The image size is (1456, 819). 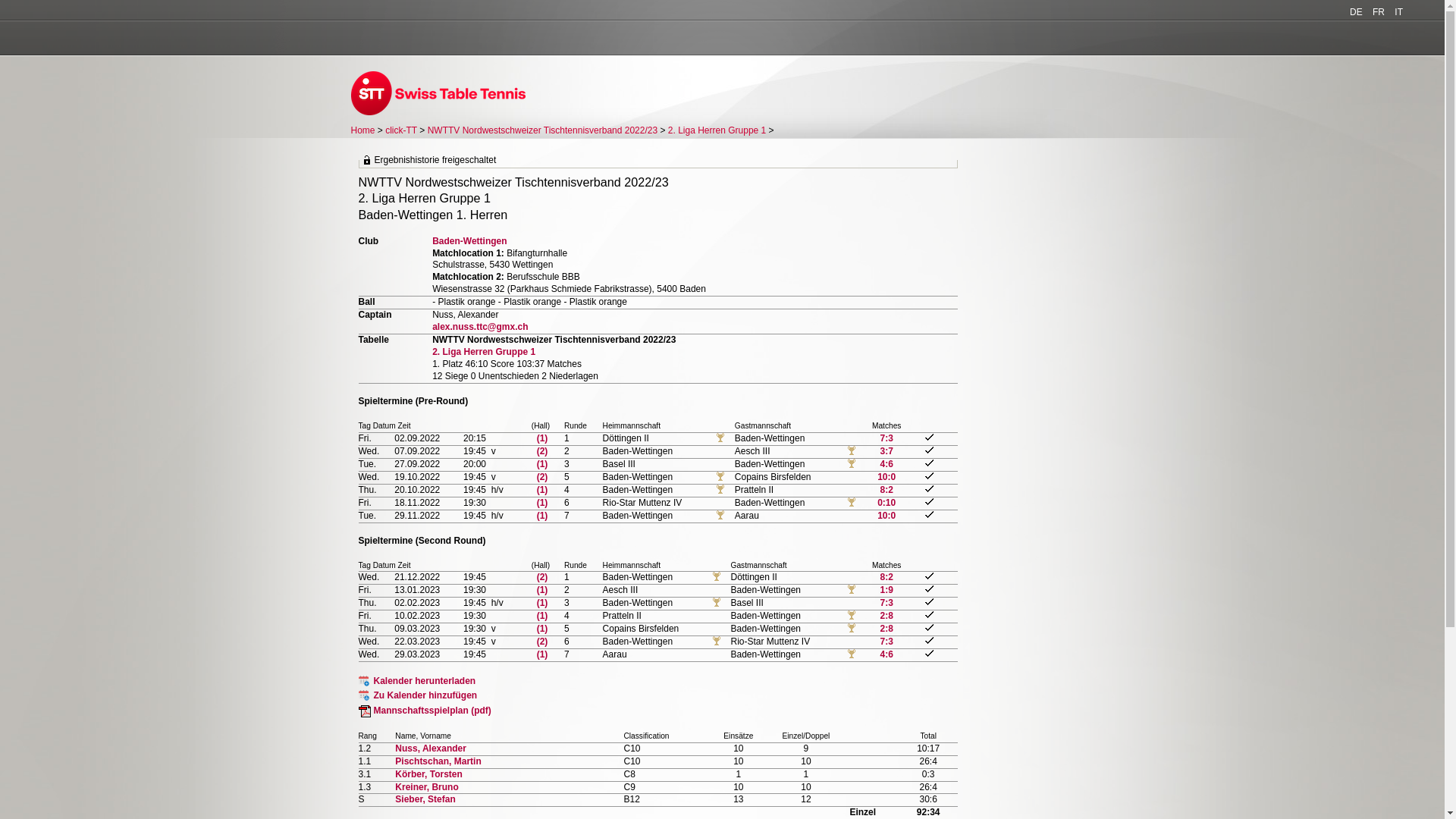 What do you see at coordinates (924, 614) in the screenshot?
I see `'Spielbericht genehmigt'` at bounding box center [924, 614].